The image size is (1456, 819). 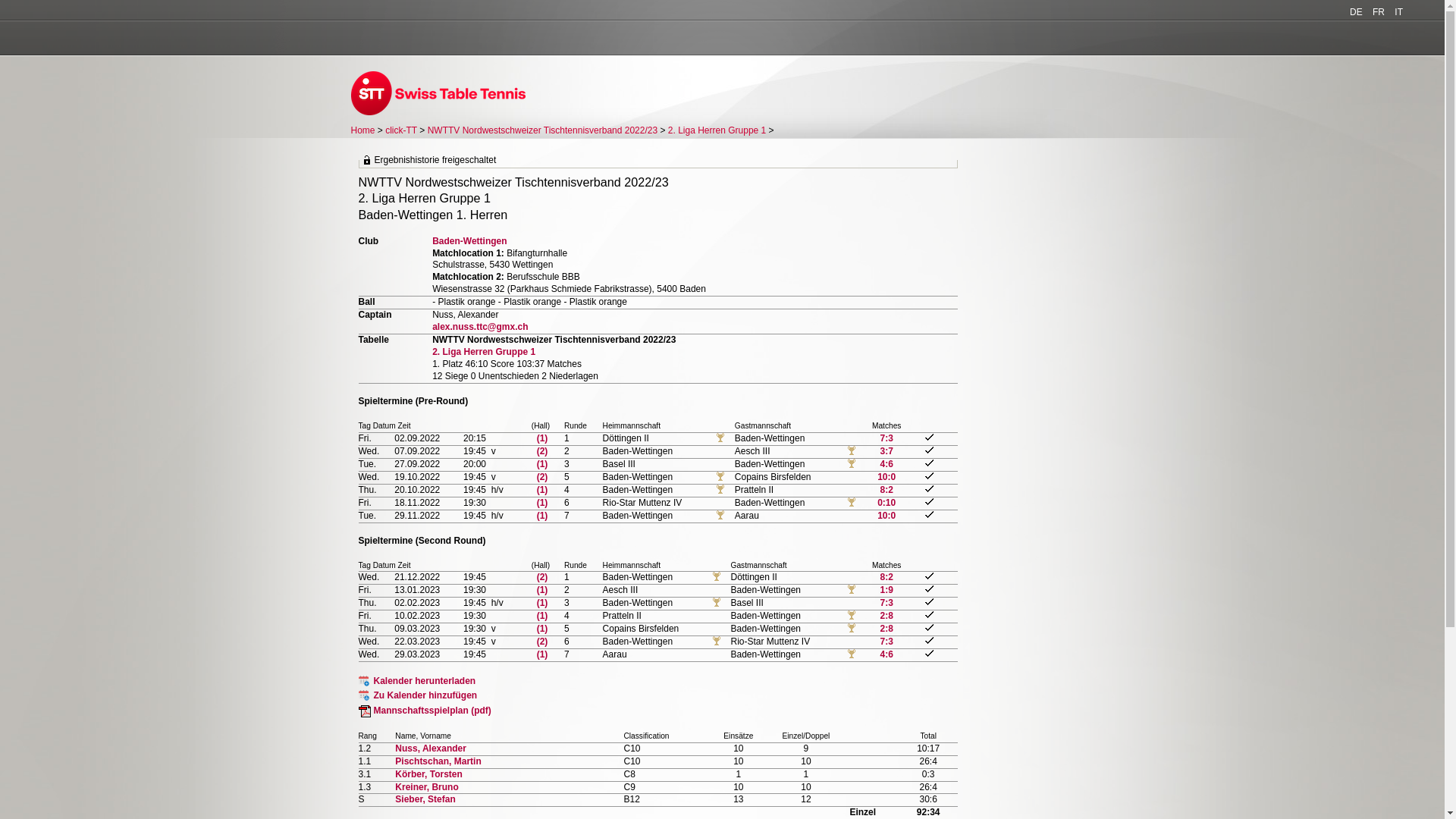 What do you see at coordinates (924, 614) in the screenshot?
I see `'Spielbericht genehmigt'` at bounding box center [924, 614].